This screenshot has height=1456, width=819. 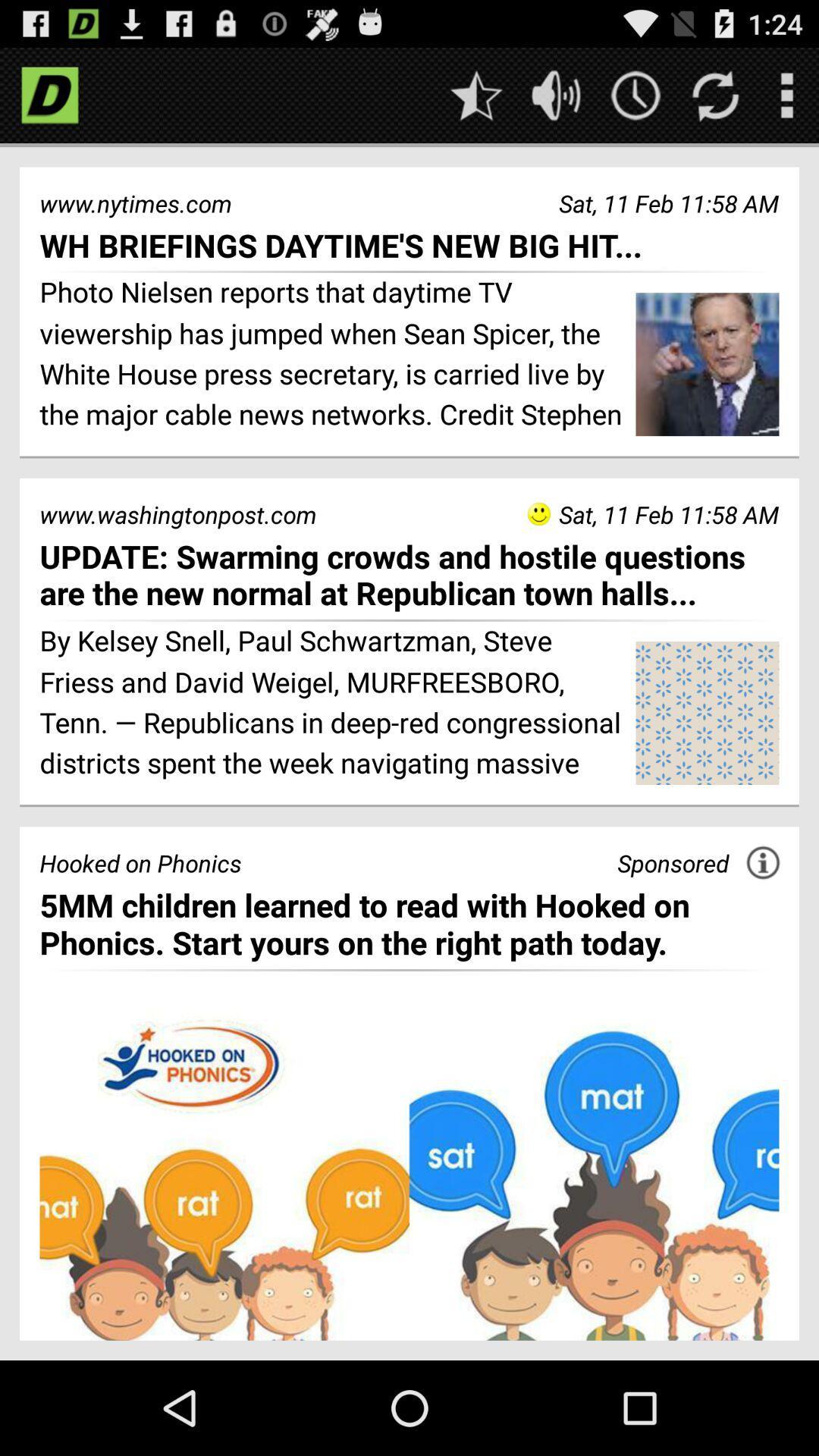 What do you see at coordinates (635, 94) in the screenshot?
I see `get the time` at bounding box center [635, 94].